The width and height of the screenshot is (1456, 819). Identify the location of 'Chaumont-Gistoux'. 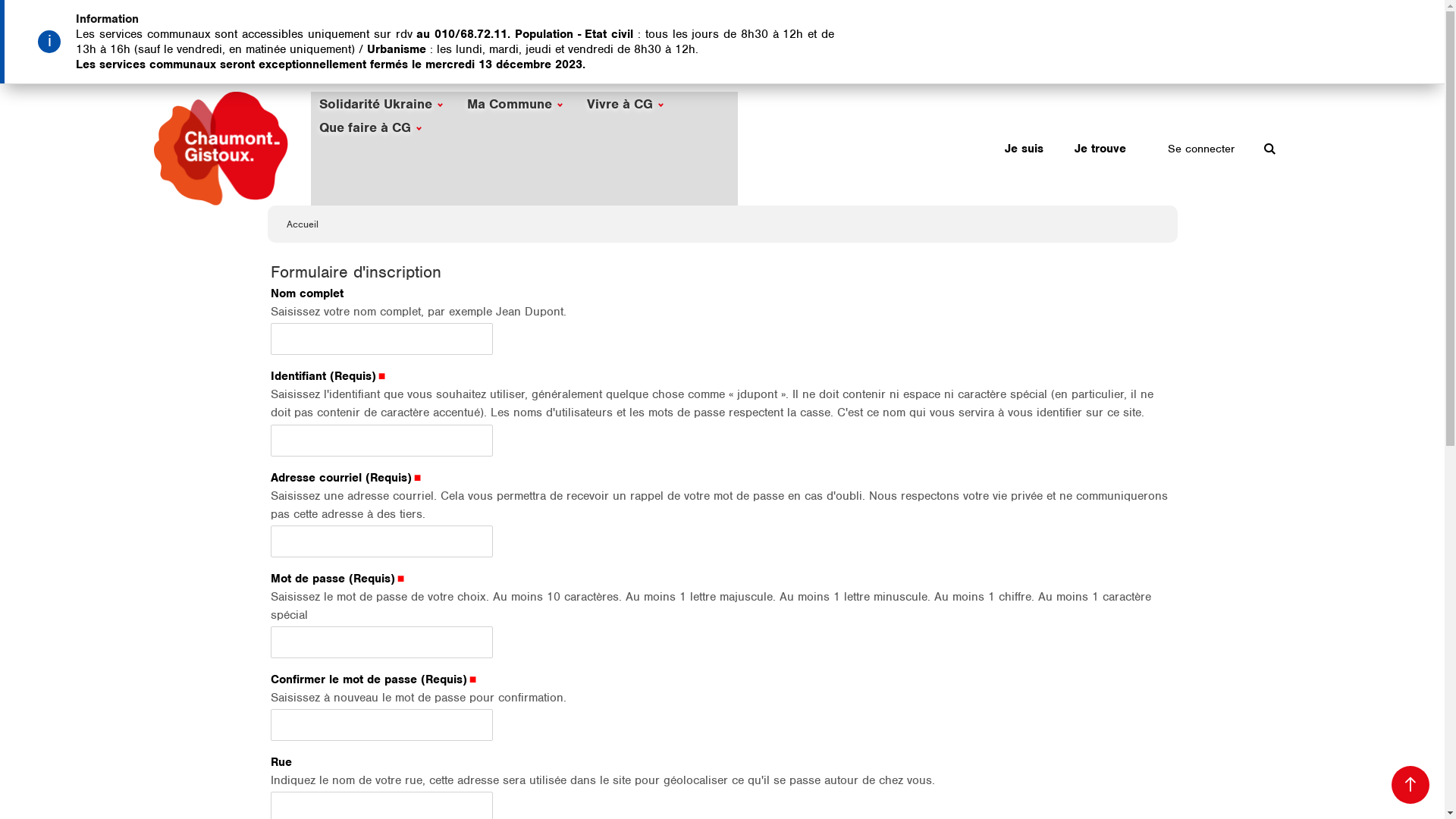
(219, 149).